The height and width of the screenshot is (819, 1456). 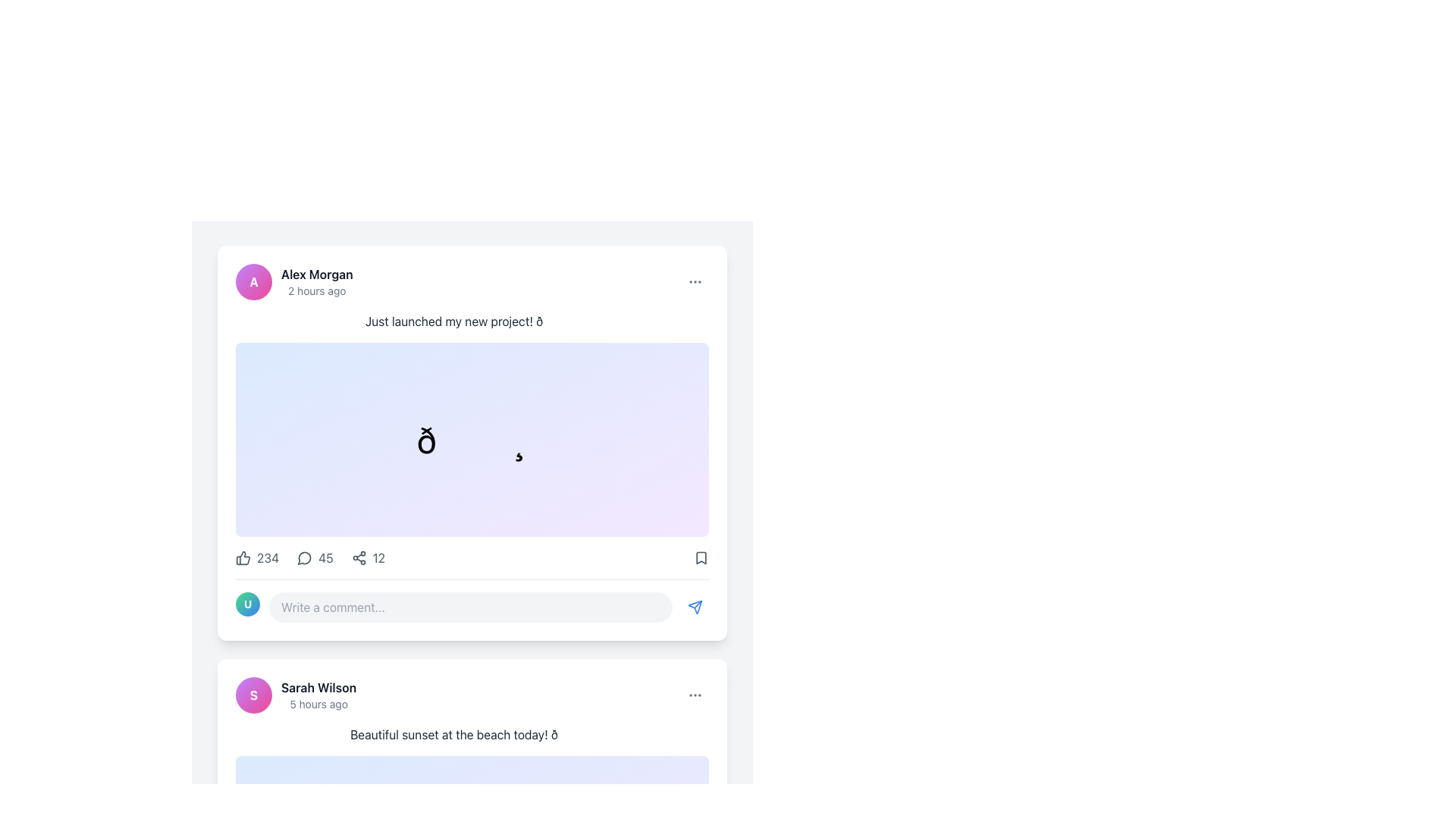 I want to click on text content which serves as the main body of a post or status update, located beneath the header showing Alex Morgan's profile picture and above a gradient background section, so click(x=472, y=321).